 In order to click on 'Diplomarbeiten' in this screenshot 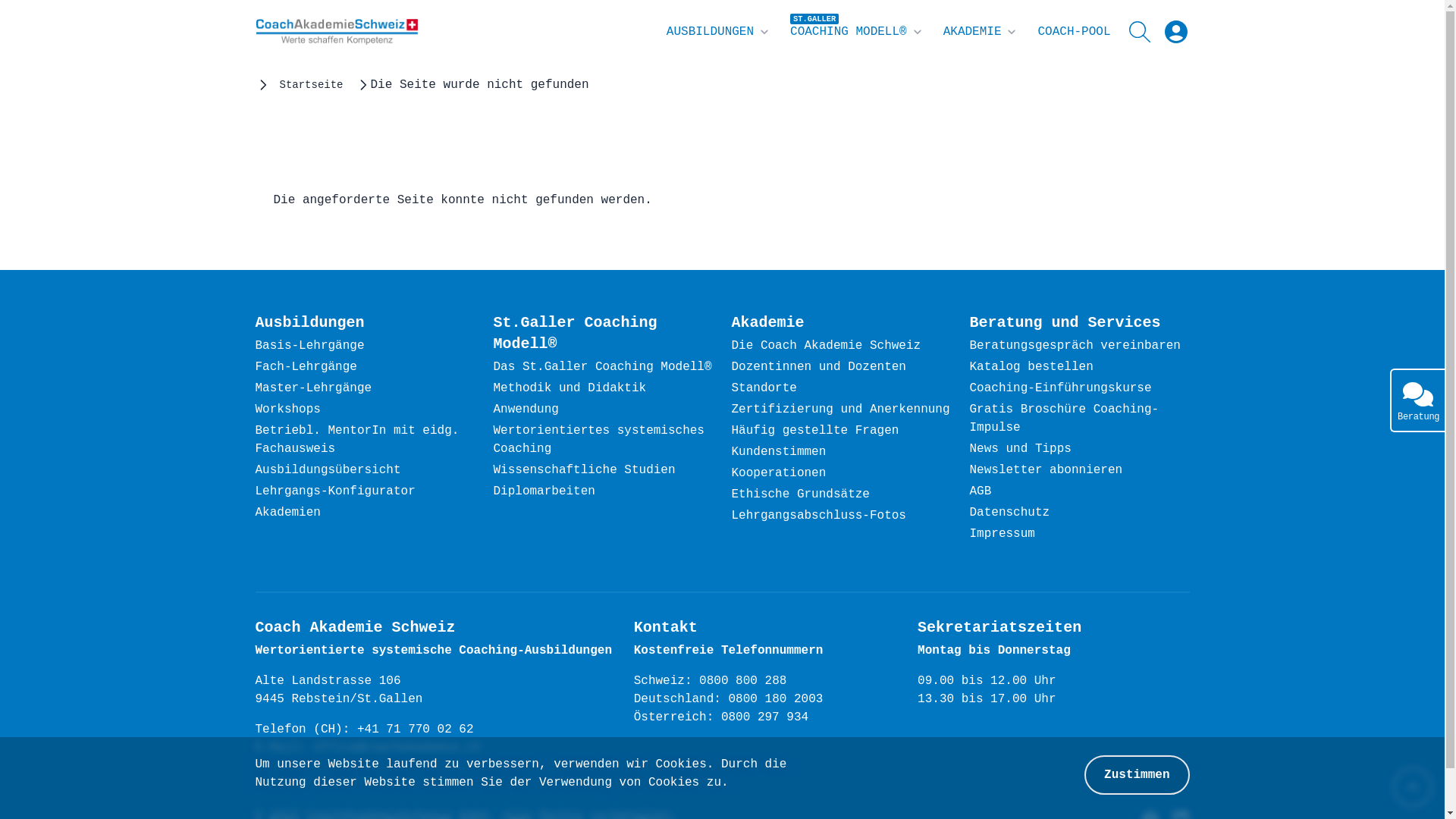, I will do `click(543, 491)`.